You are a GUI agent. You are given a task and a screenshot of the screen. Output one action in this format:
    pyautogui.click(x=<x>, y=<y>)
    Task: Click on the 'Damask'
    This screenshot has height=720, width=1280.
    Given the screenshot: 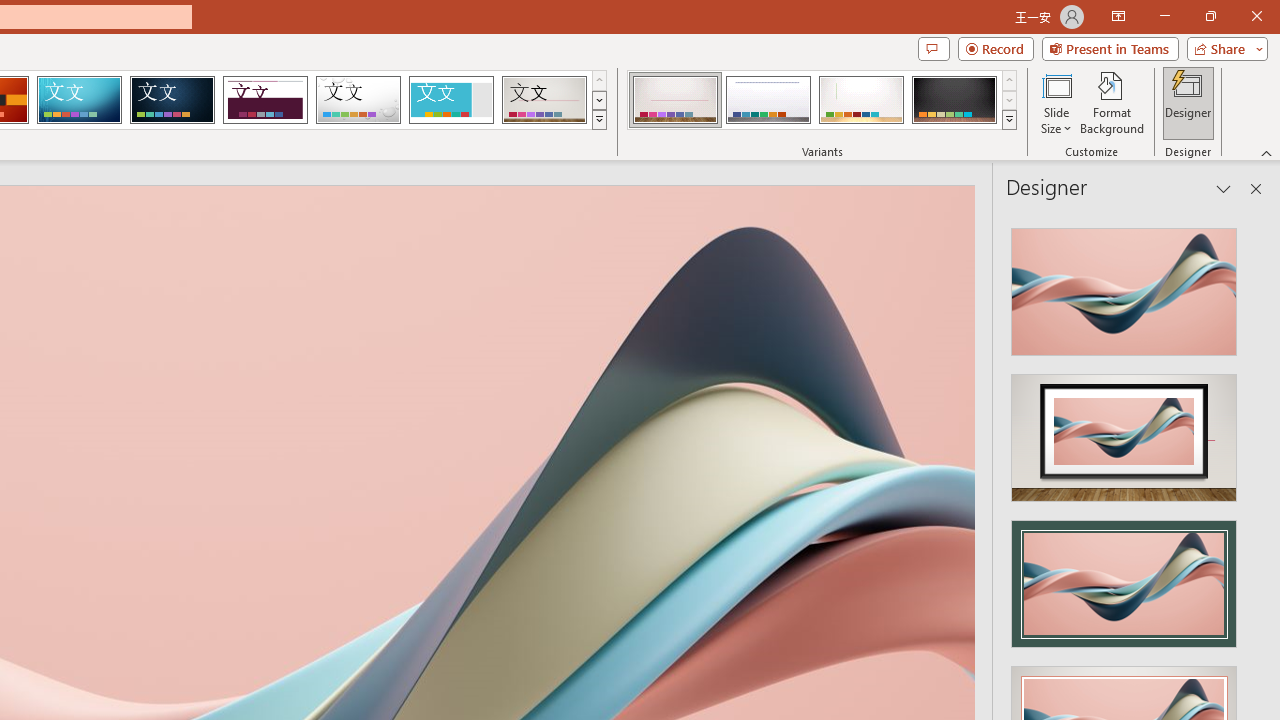 What is the action you would take?
    pyautogui.click(x=172, y=100)
    